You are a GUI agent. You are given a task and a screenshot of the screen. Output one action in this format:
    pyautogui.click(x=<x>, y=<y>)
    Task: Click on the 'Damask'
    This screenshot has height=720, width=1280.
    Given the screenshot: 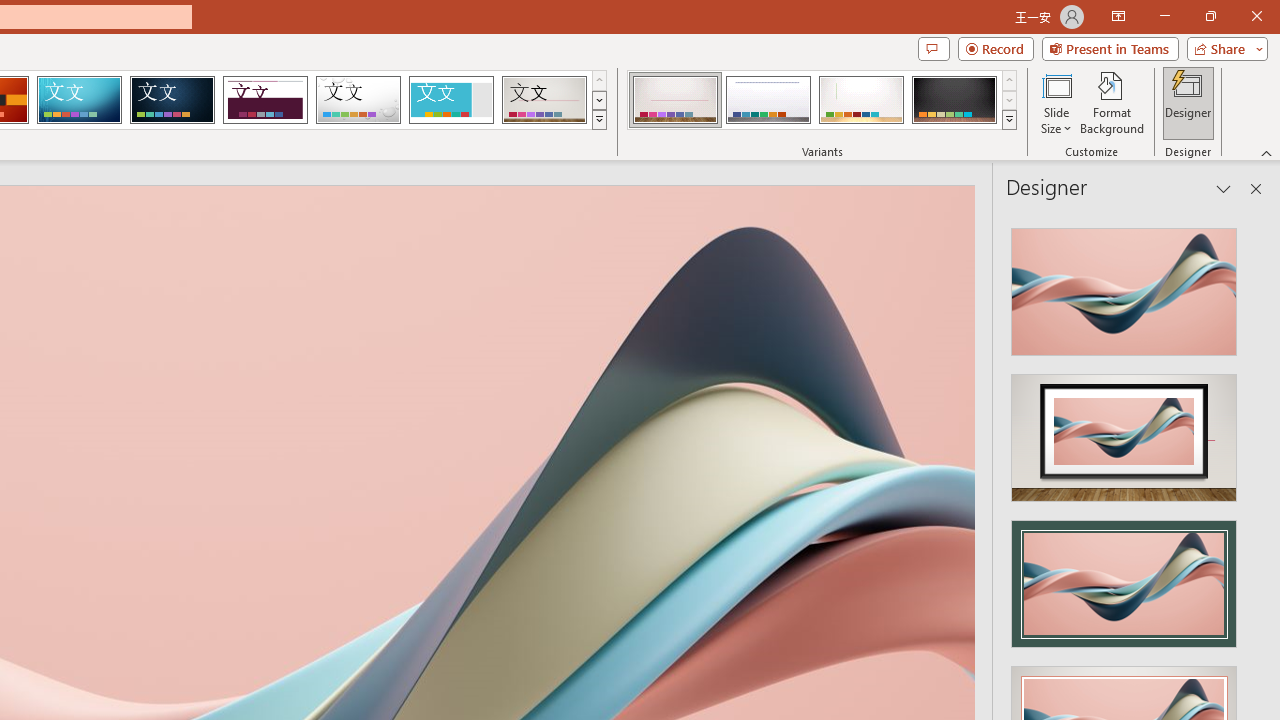 What is the action you would take?
    pyautogui.click(x=172, y=100)
    